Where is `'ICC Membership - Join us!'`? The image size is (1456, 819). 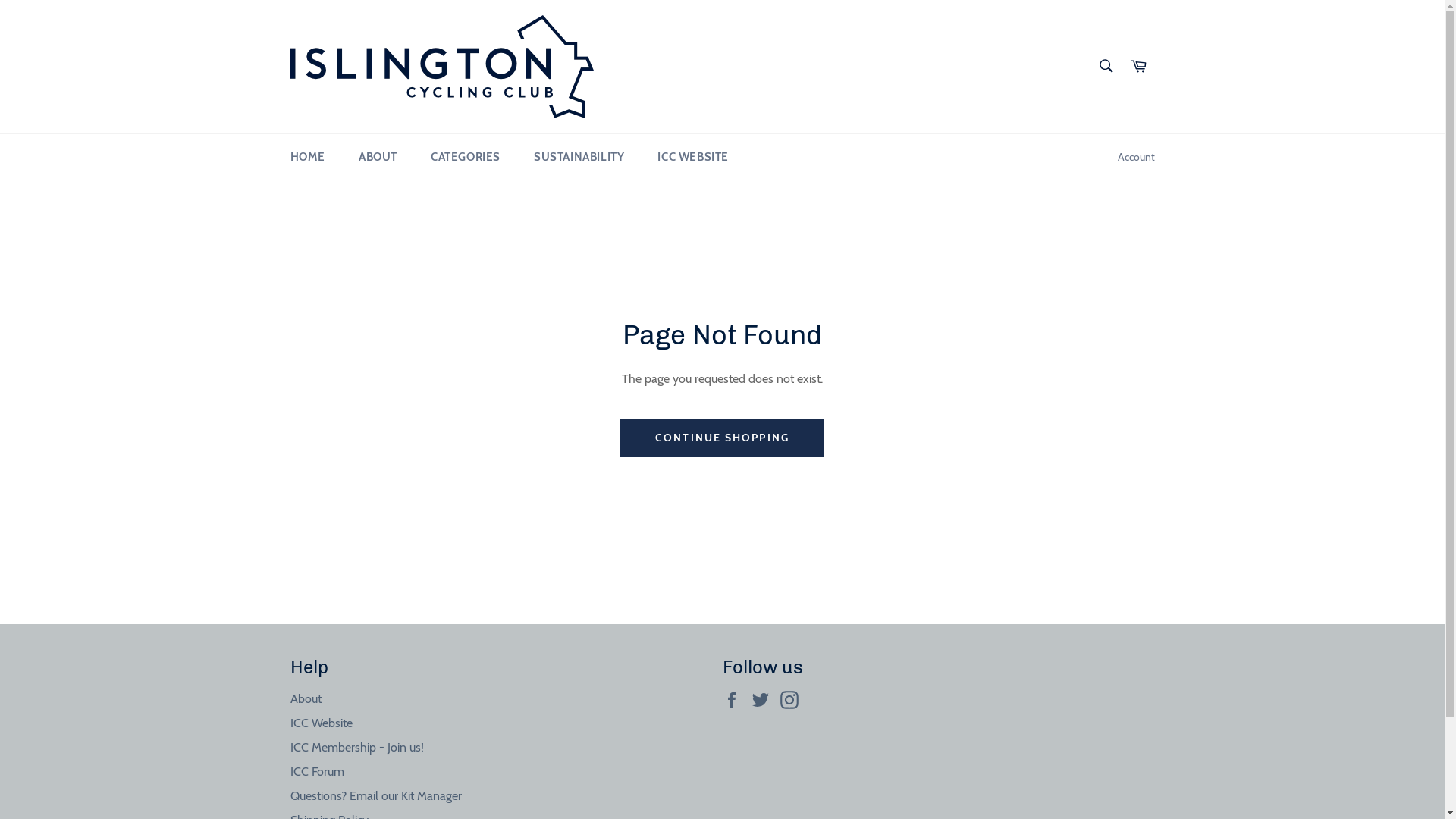 'ICC Membership - Join us!' is located at coordinates (356, 746).